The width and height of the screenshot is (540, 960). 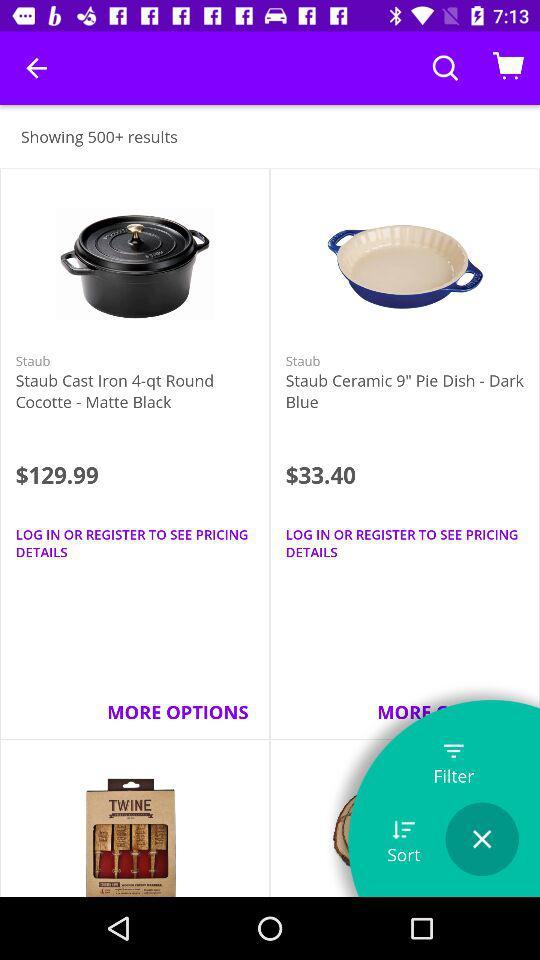 I want to click on the close icon, so click(x=481, y=839).